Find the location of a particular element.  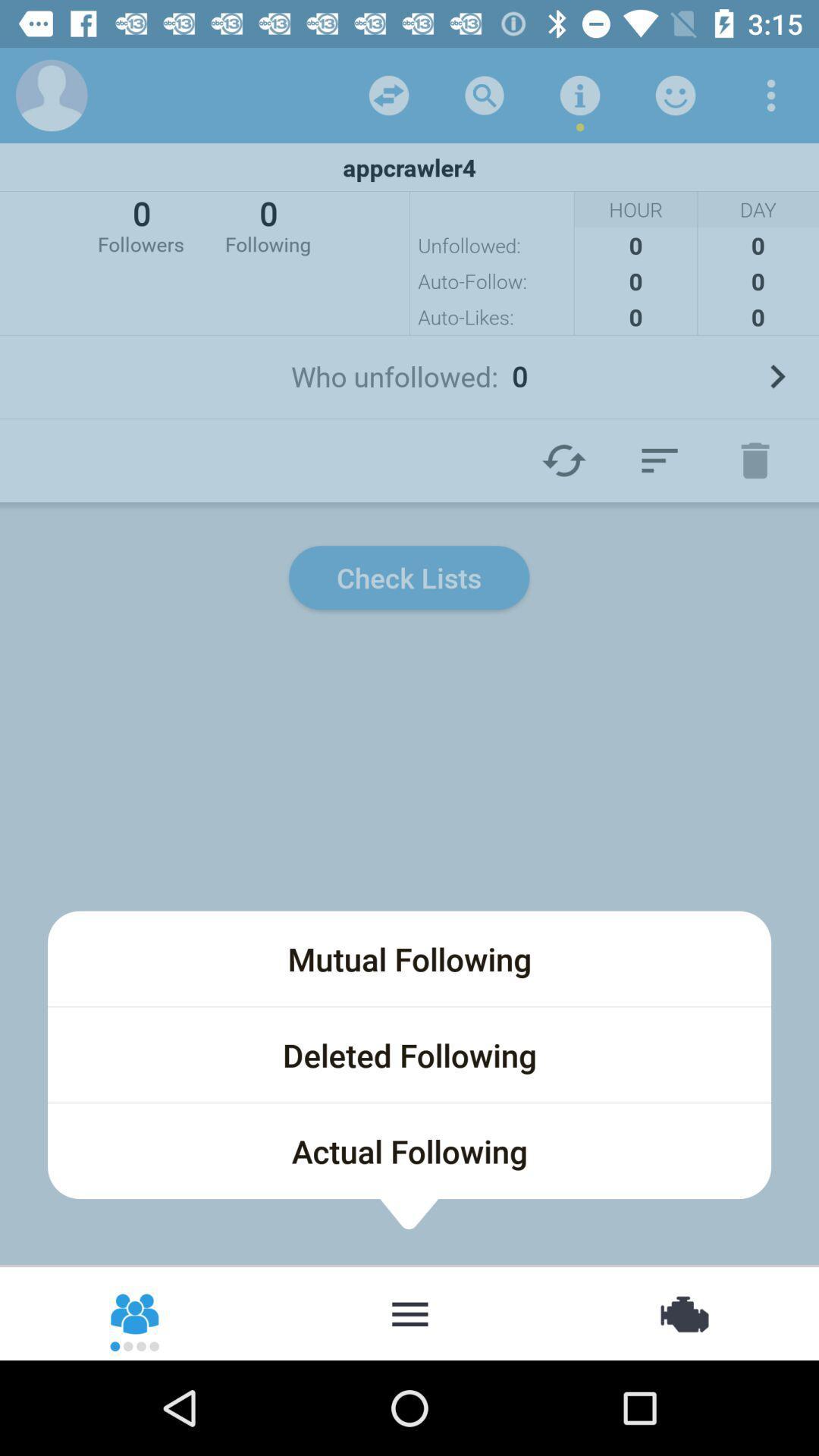

the icon below the check lists item is located at coordinates (409, 958).